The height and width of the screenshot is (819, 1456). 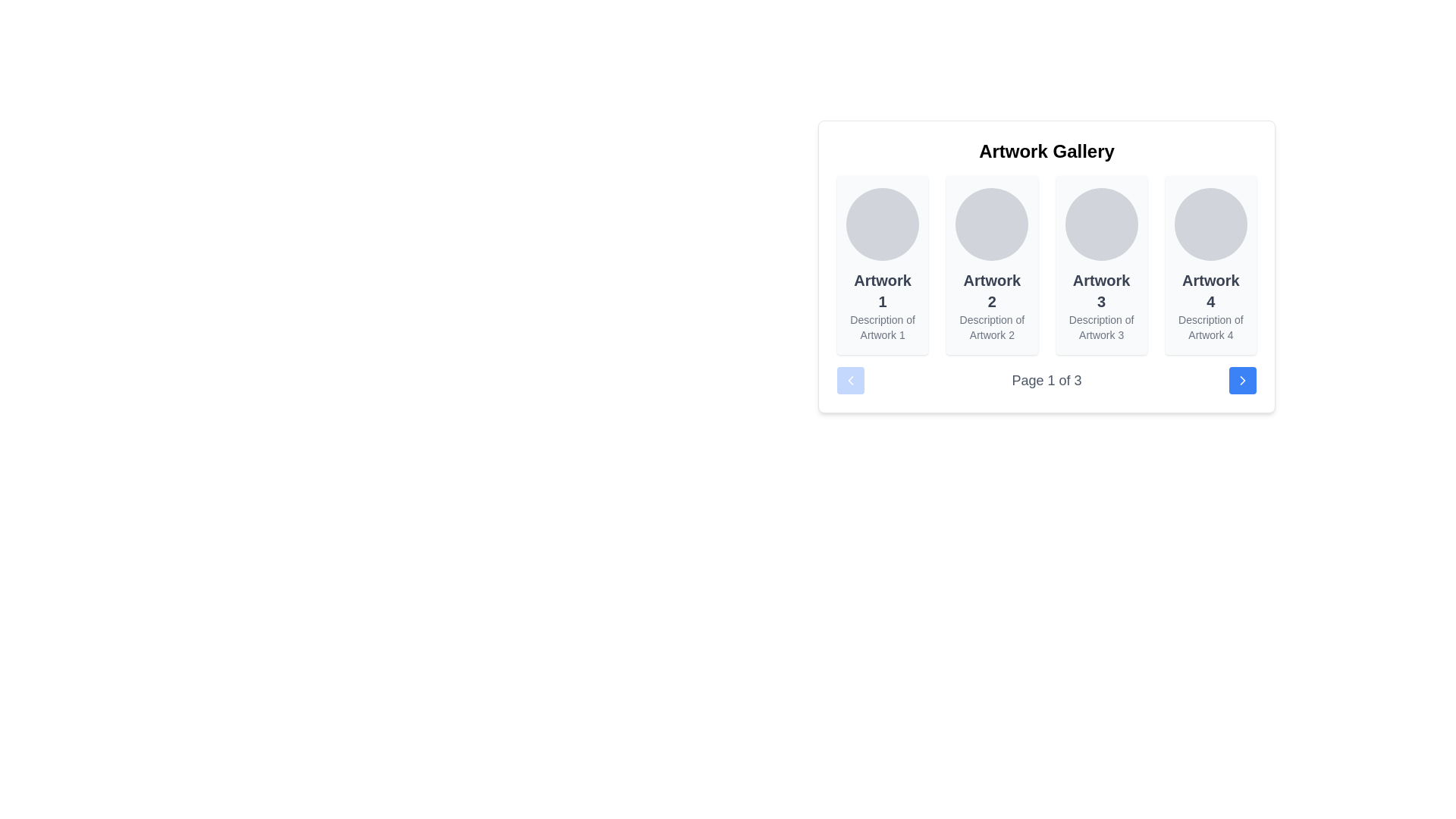 What do you see at coordinates (1210, 291) in the screenshot?
I see `the text label that serves as a heading for the corresponding artwork` at bounding box center [1210, 291].